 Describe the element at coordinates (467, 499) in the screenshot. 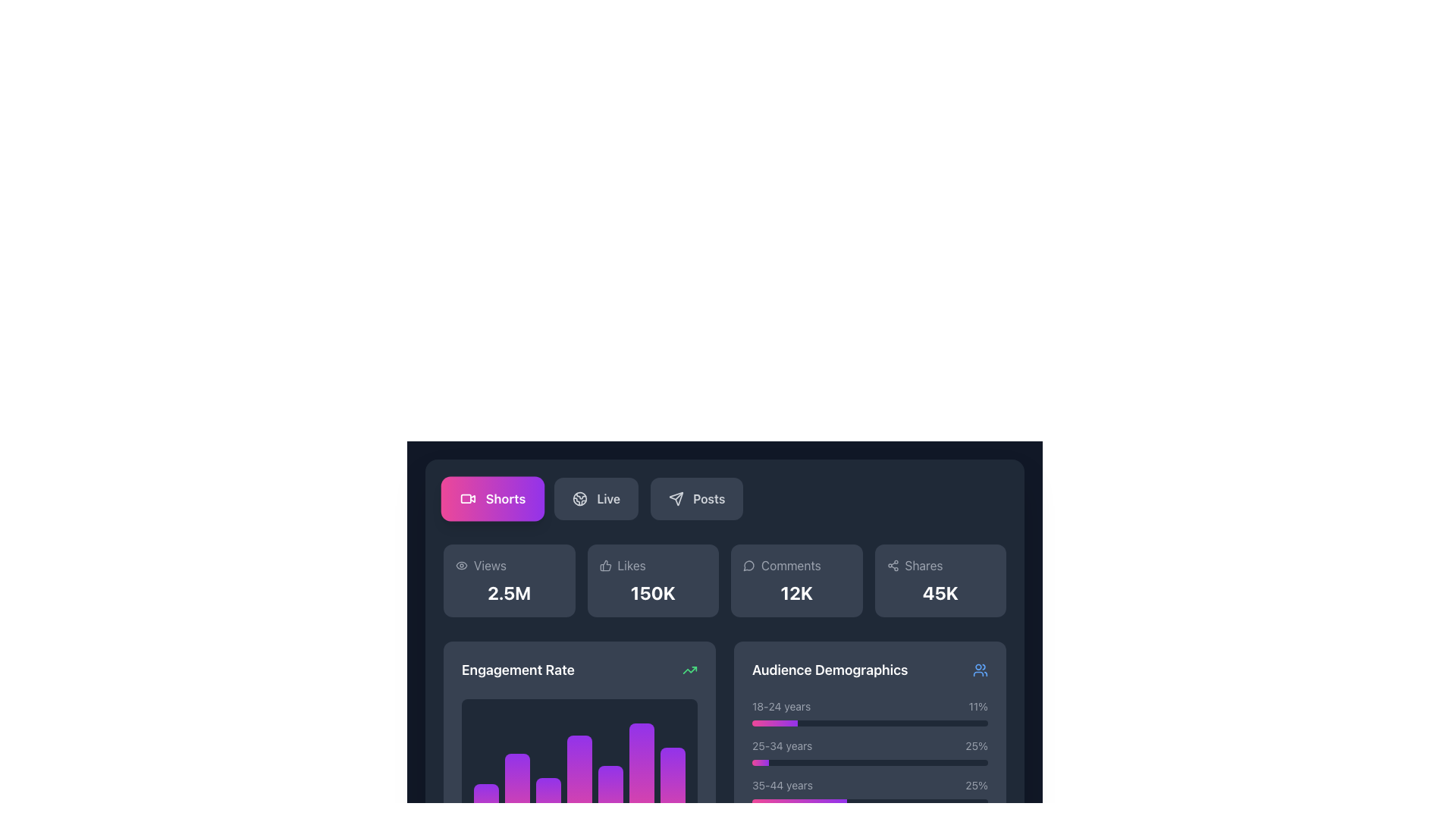

I see `the video camera icon with a white outline on a bright pink background located within the 'Shorts' button at the top of the user interface` at that location.